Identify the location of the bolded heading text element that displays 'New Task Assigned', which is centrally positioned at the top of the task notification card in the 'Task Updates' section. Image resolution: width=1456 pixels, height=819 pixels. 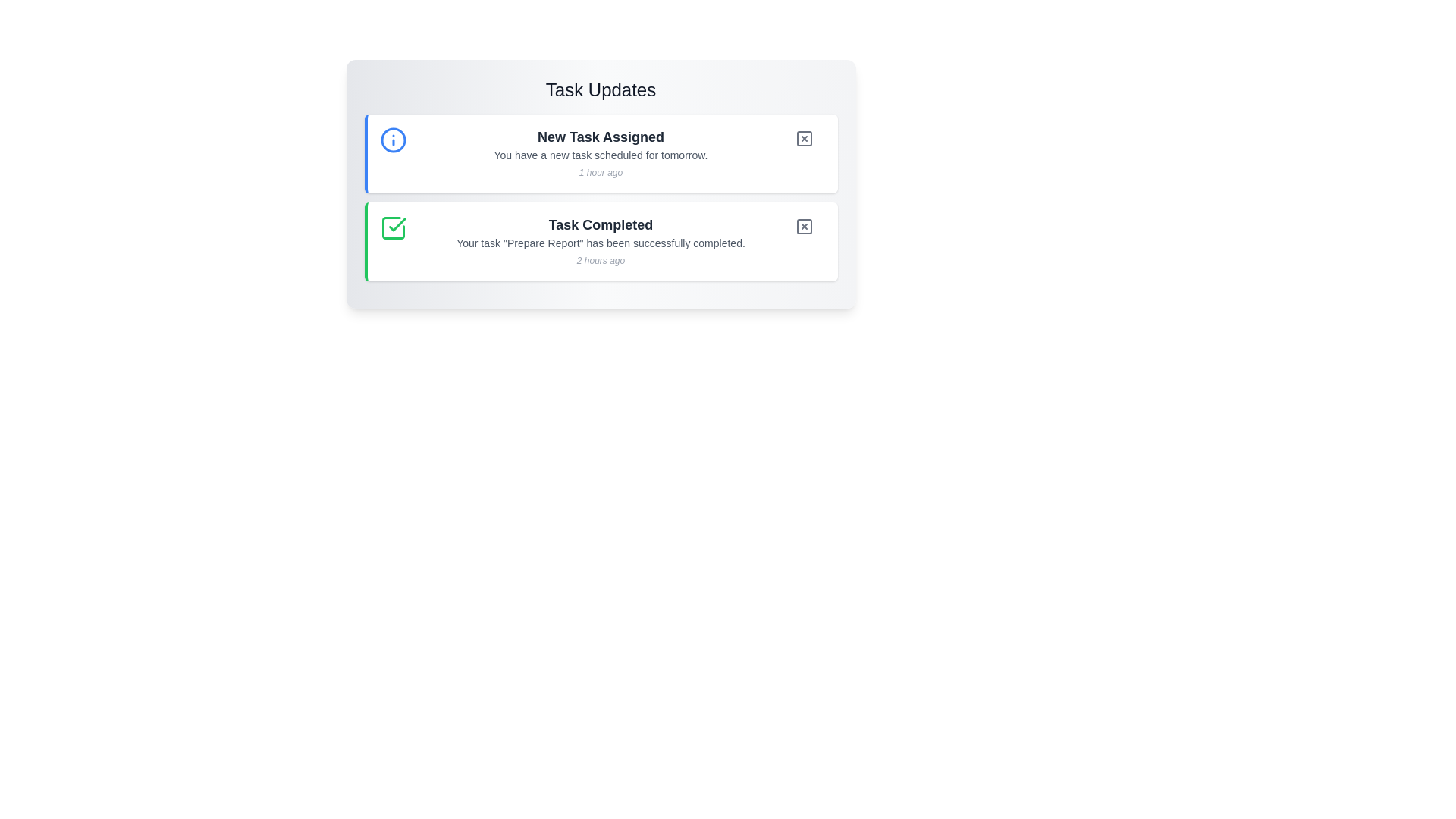
(600, 137).